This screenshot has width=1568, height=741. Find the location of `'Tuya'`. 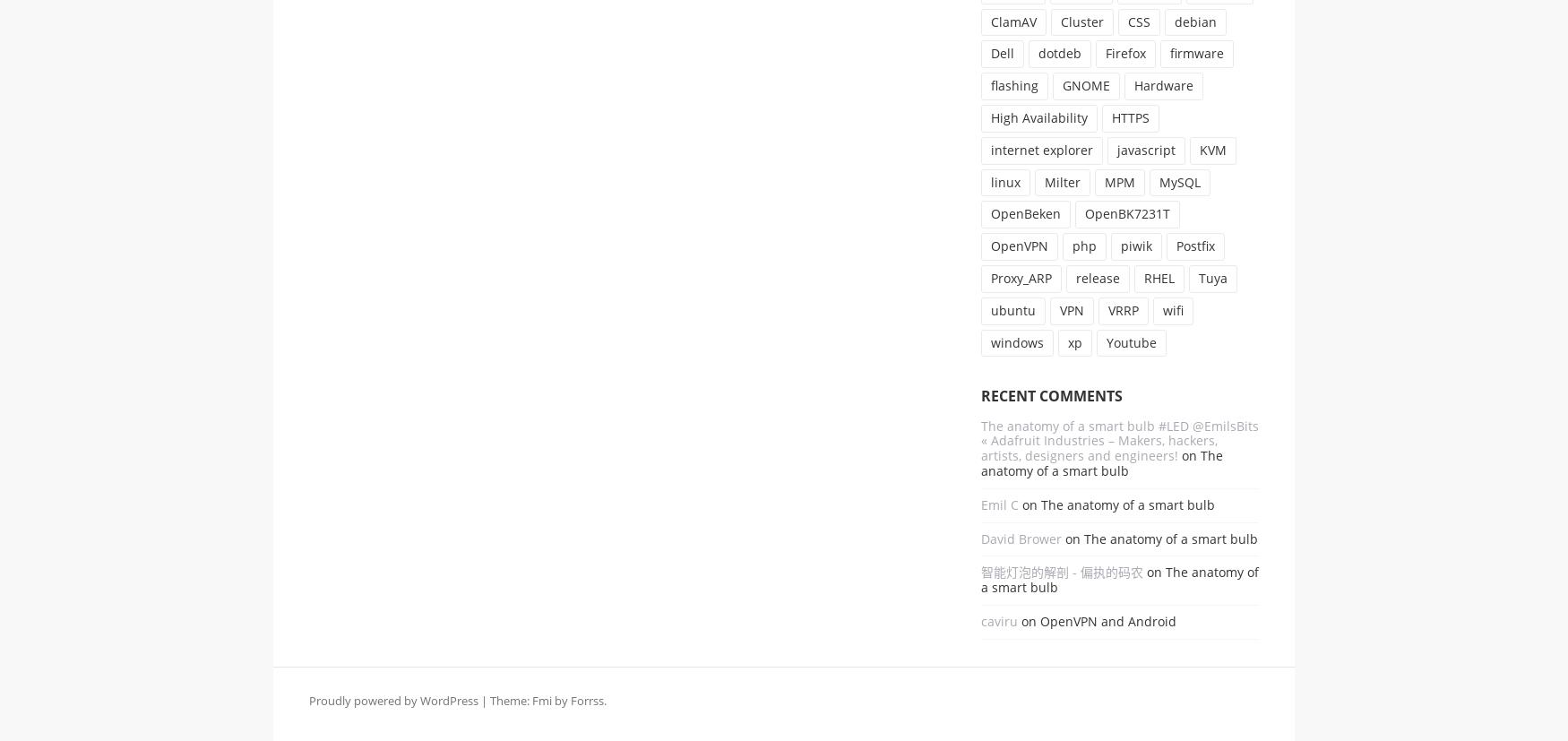

'Tuya' is located at coordinates (1212, 276).